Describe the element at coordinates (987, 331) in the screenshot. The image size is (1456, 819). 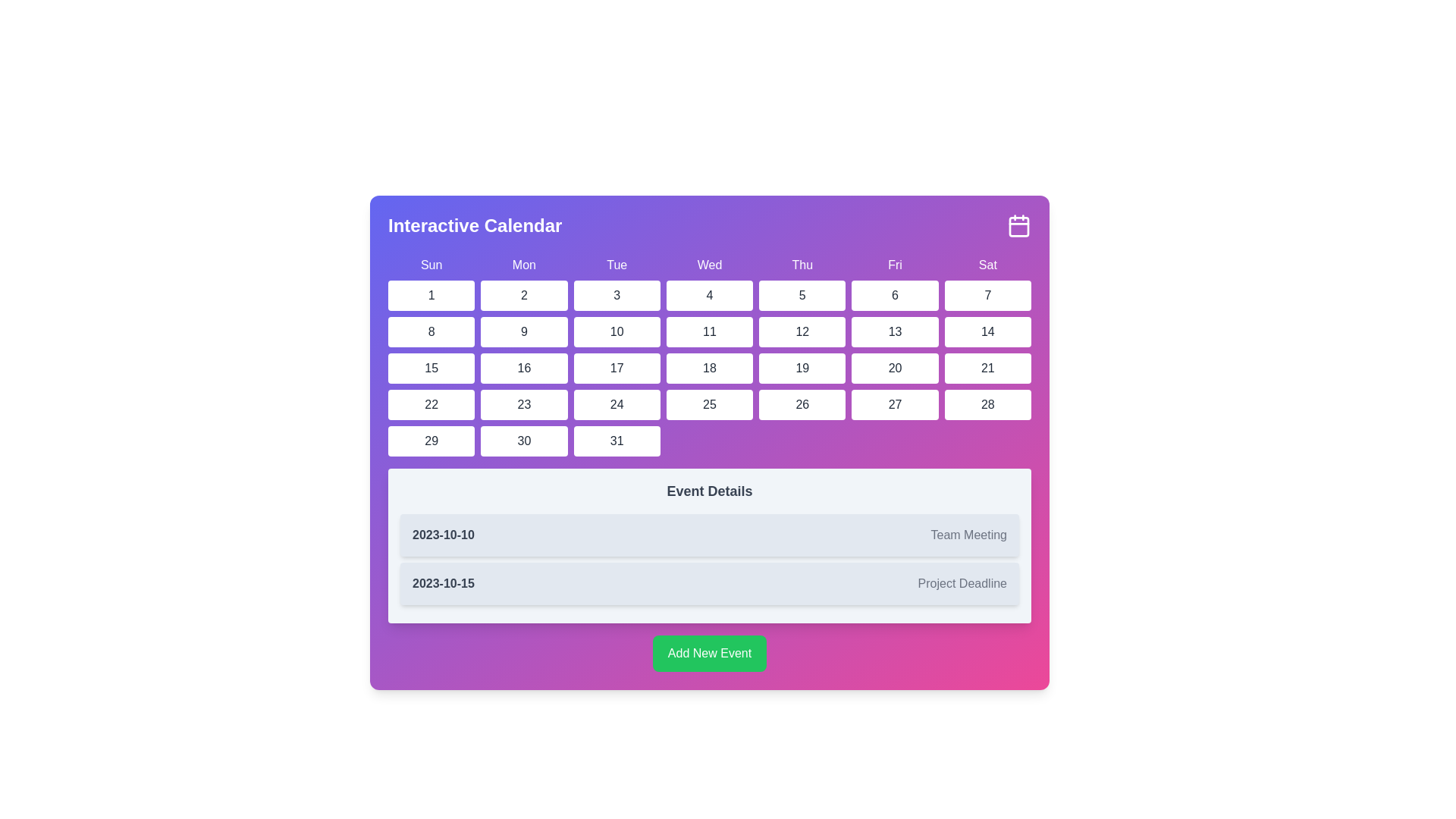
I see `the button representing the 14th day of the month` at that location.